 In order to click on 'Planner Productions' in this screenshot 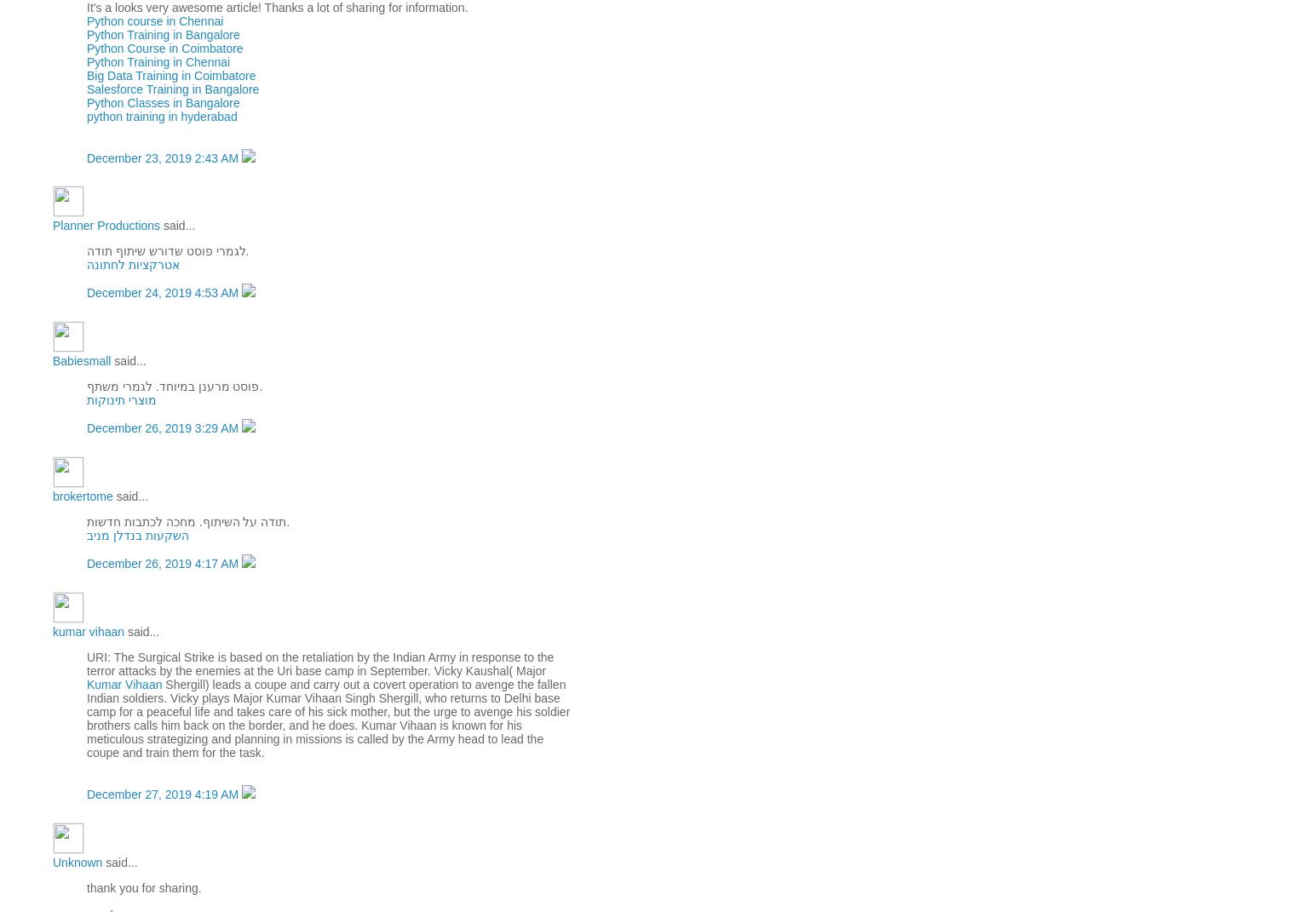, I will do `click(51, 225)`.